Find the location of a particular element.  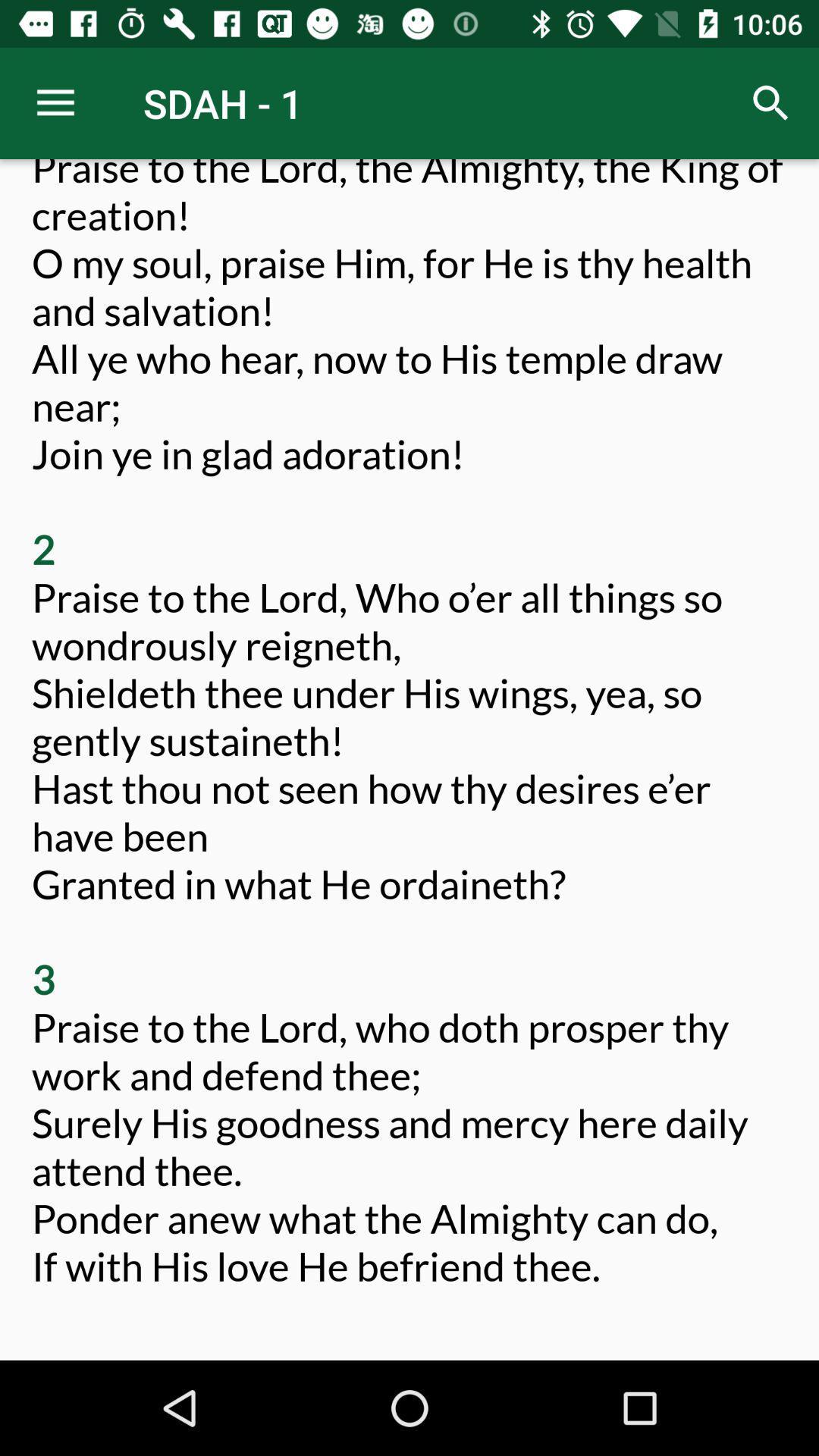

icon above 001 praise to icon is located at coordinates (55, 102).